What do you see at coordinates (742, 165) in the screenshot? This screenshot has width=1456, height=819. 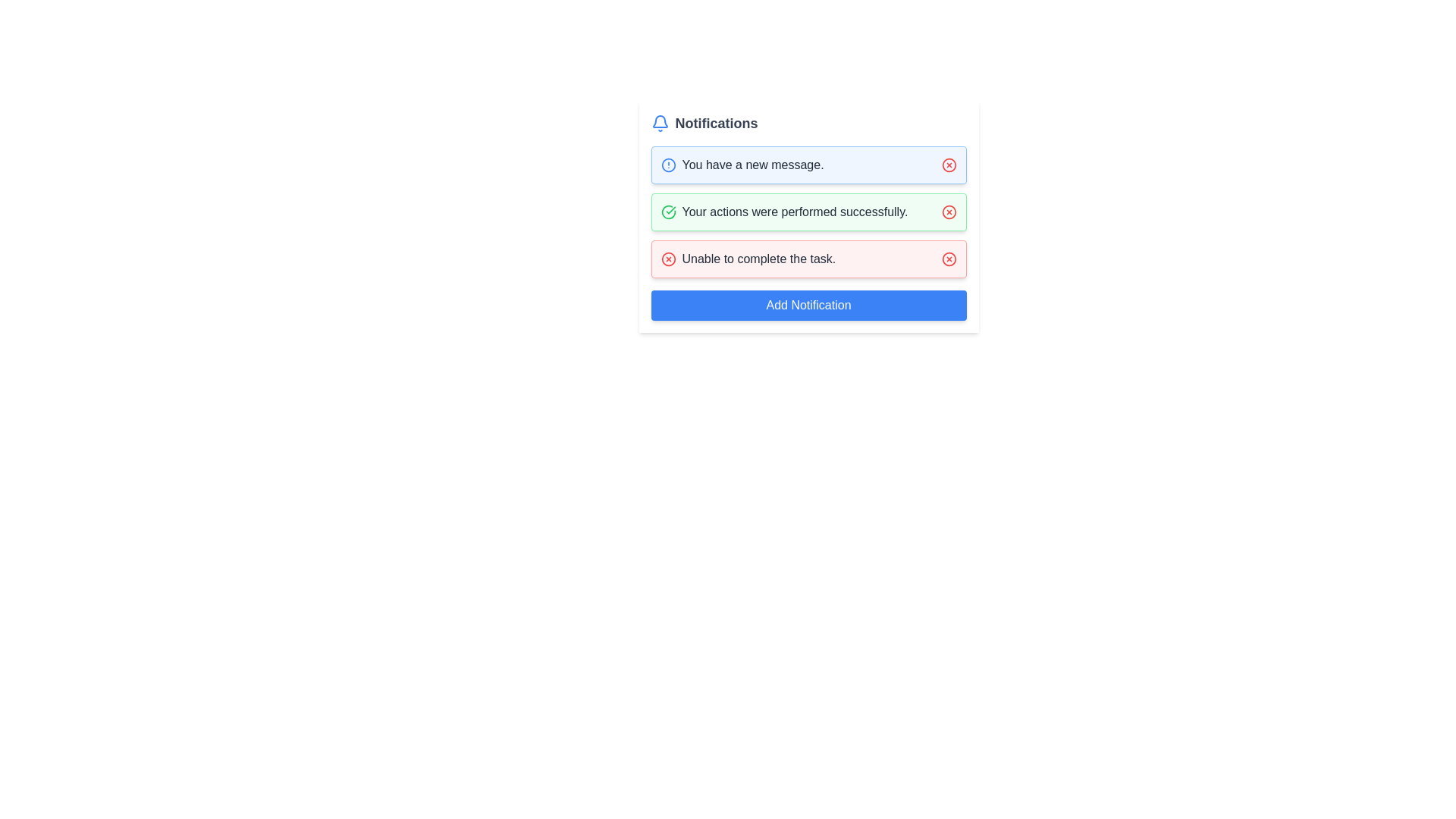 I see `the TextLabel that indicates the presence of a new message, located at the top of the notification box` at bounding box center [742, 165].